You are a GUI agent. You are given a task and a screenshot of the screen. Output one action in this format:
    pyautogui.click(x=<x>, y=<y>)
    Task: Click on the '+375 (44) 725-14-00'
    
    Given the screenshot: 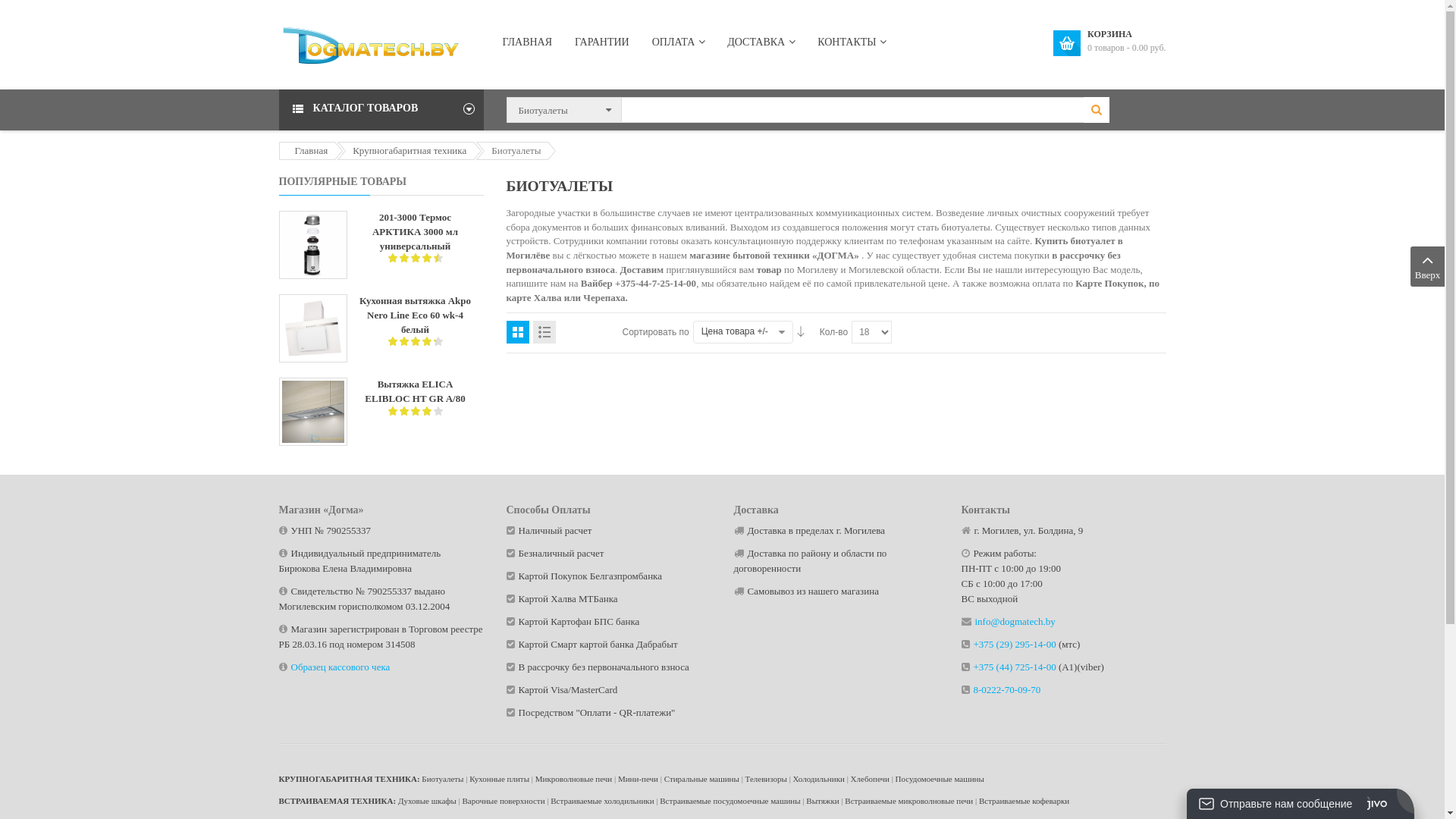 What is the action you would take?
    pyautogui.click(x=973, y=666)
    